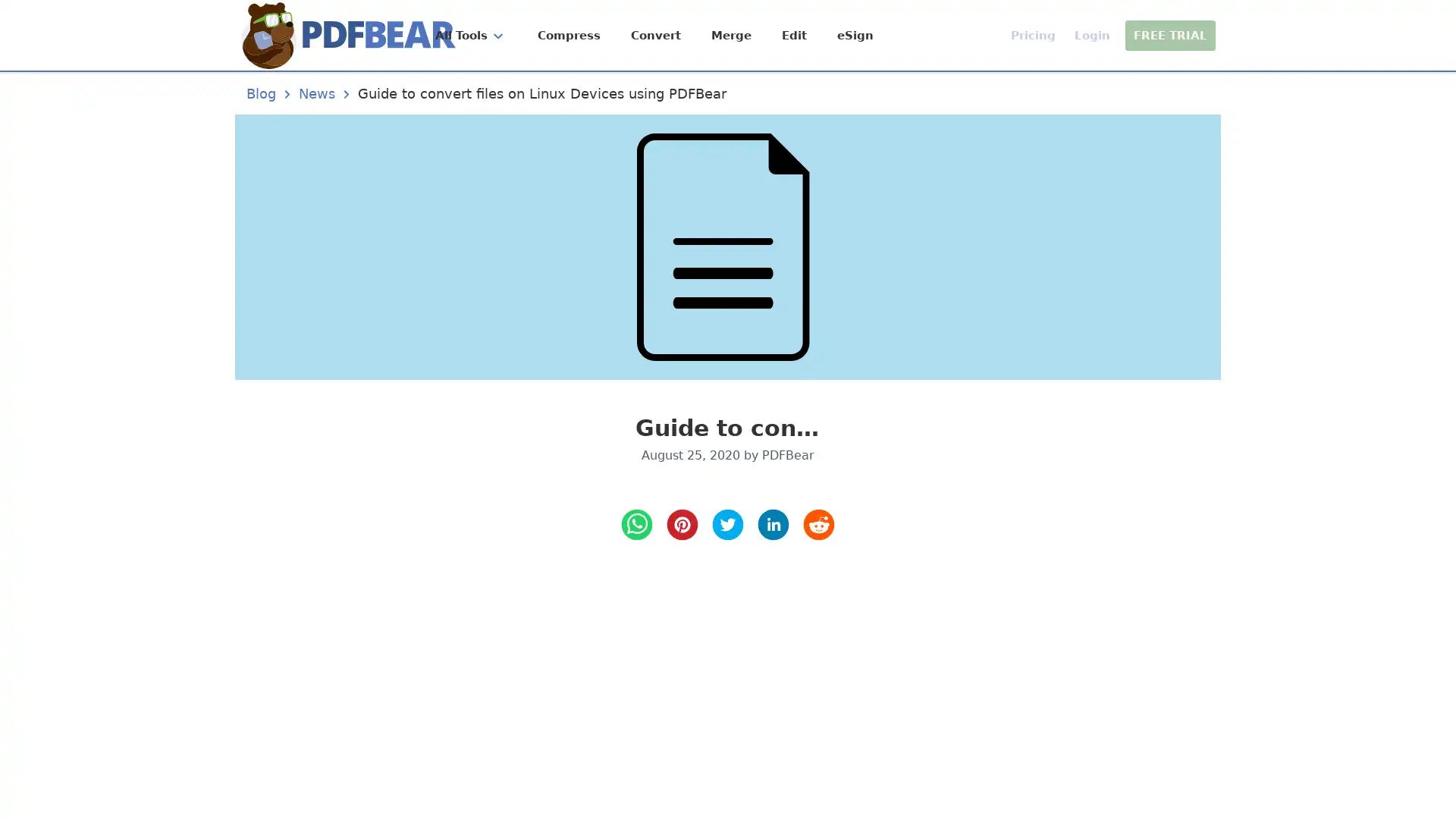 This screenshot has height=819, width=1456. What do you see at coordinates (315, 93) in the screenshot?
I see `News` at bounding box center [315, 93].